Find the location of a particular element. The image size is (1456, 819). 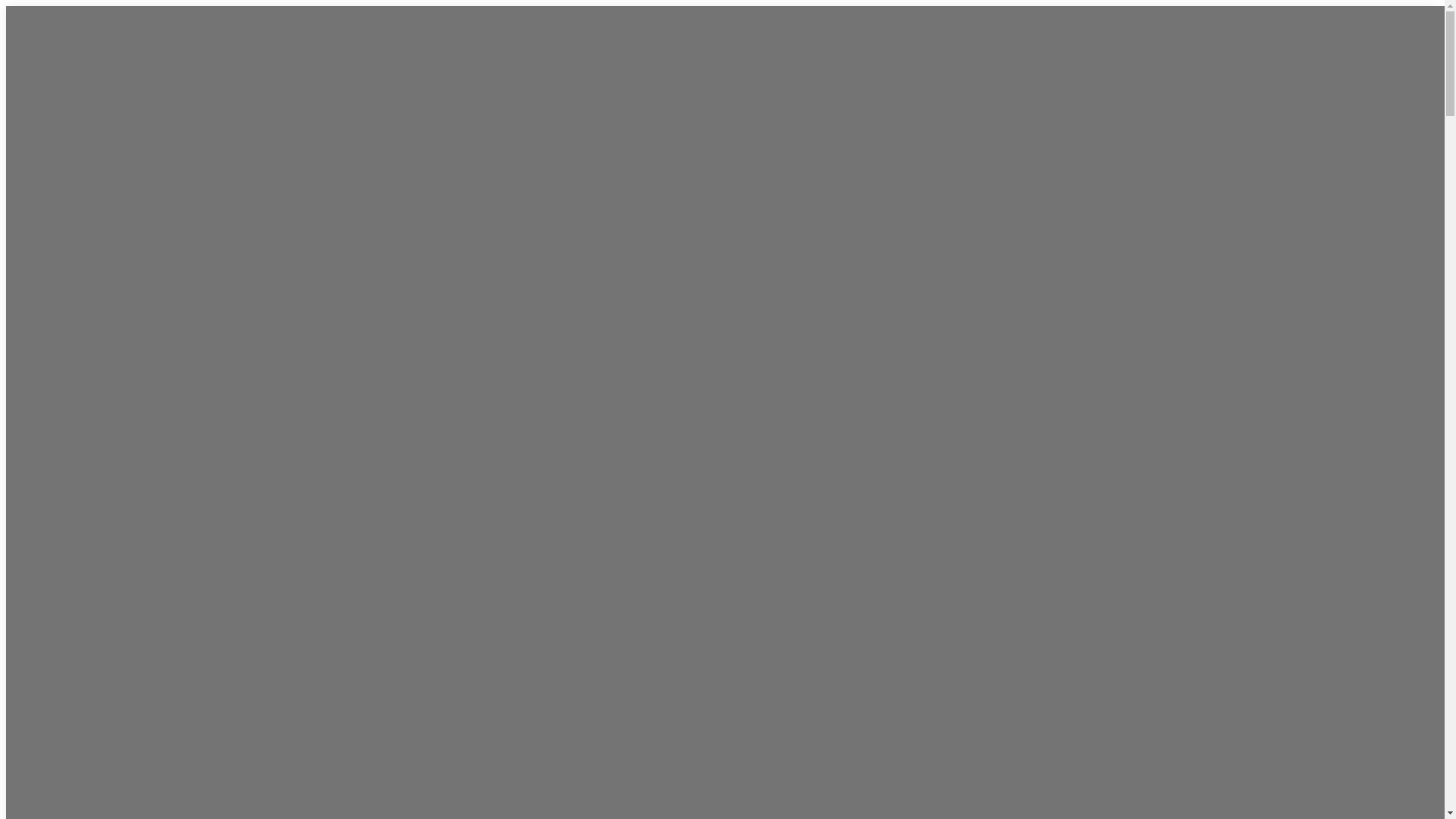

'Environment & Planning Law: Brenham v North Sydney Council' is located at coordinates (714, 748).